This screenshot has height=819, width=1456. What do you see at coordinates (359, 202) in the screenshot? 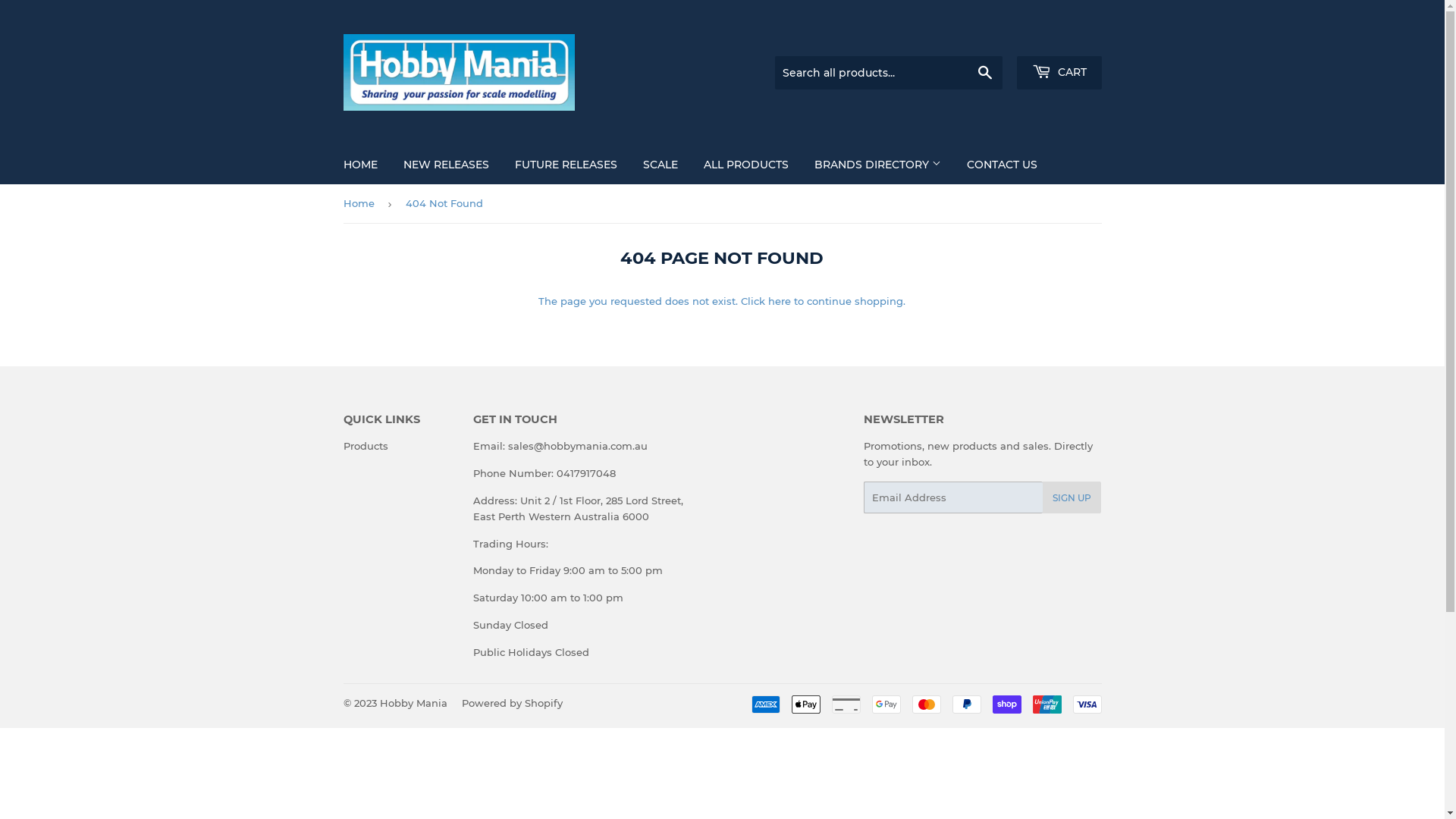
I see `'Home'` at bounding box center [359, 202].